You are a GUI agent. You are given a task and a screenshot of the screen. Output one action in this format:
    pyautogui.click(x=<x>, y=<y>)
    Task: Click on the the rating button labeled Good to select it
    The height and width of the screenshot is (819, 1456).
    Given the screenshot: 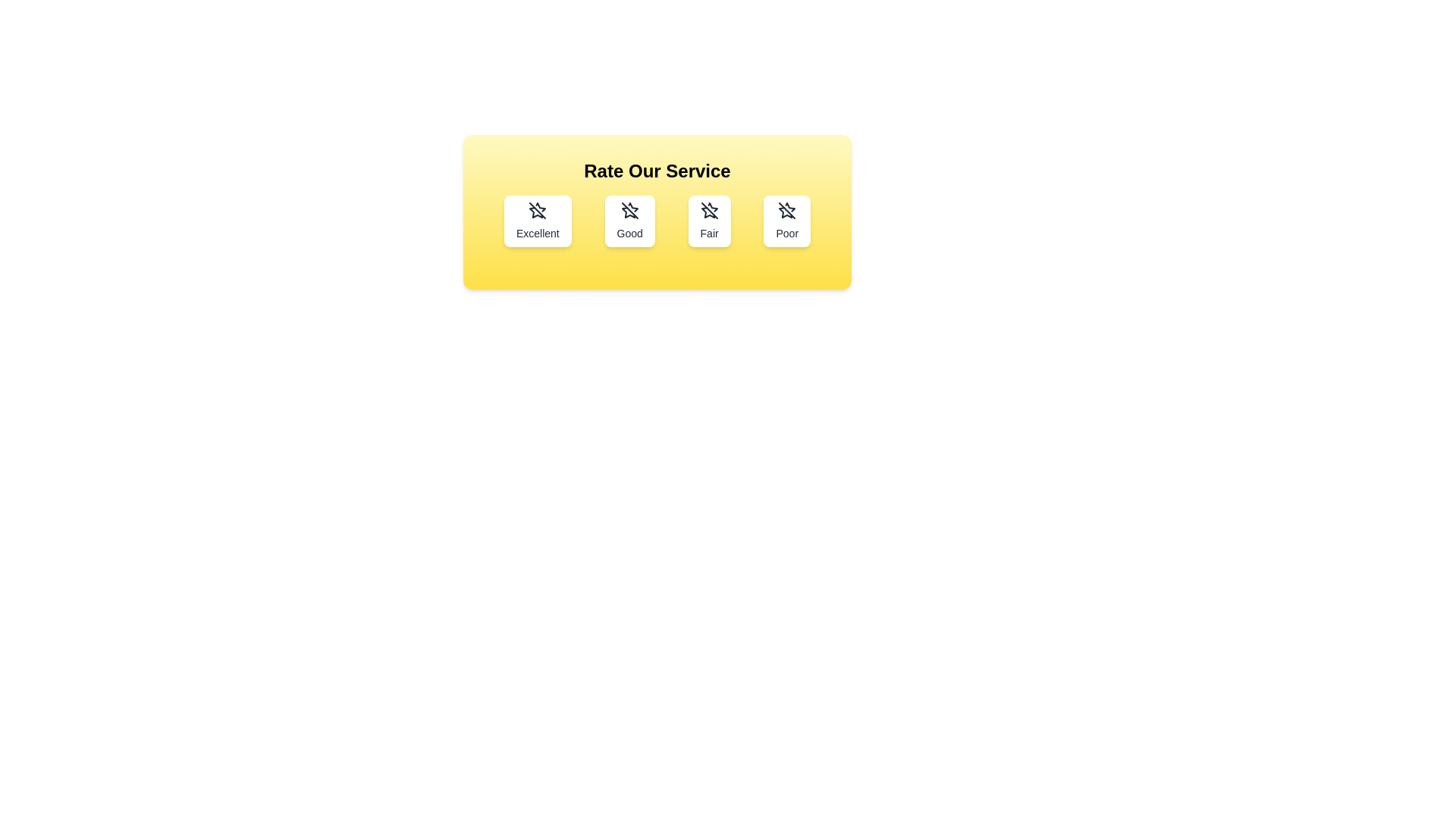 What is the action you would take?
    pyautogui.click(x=629, y=221)
    